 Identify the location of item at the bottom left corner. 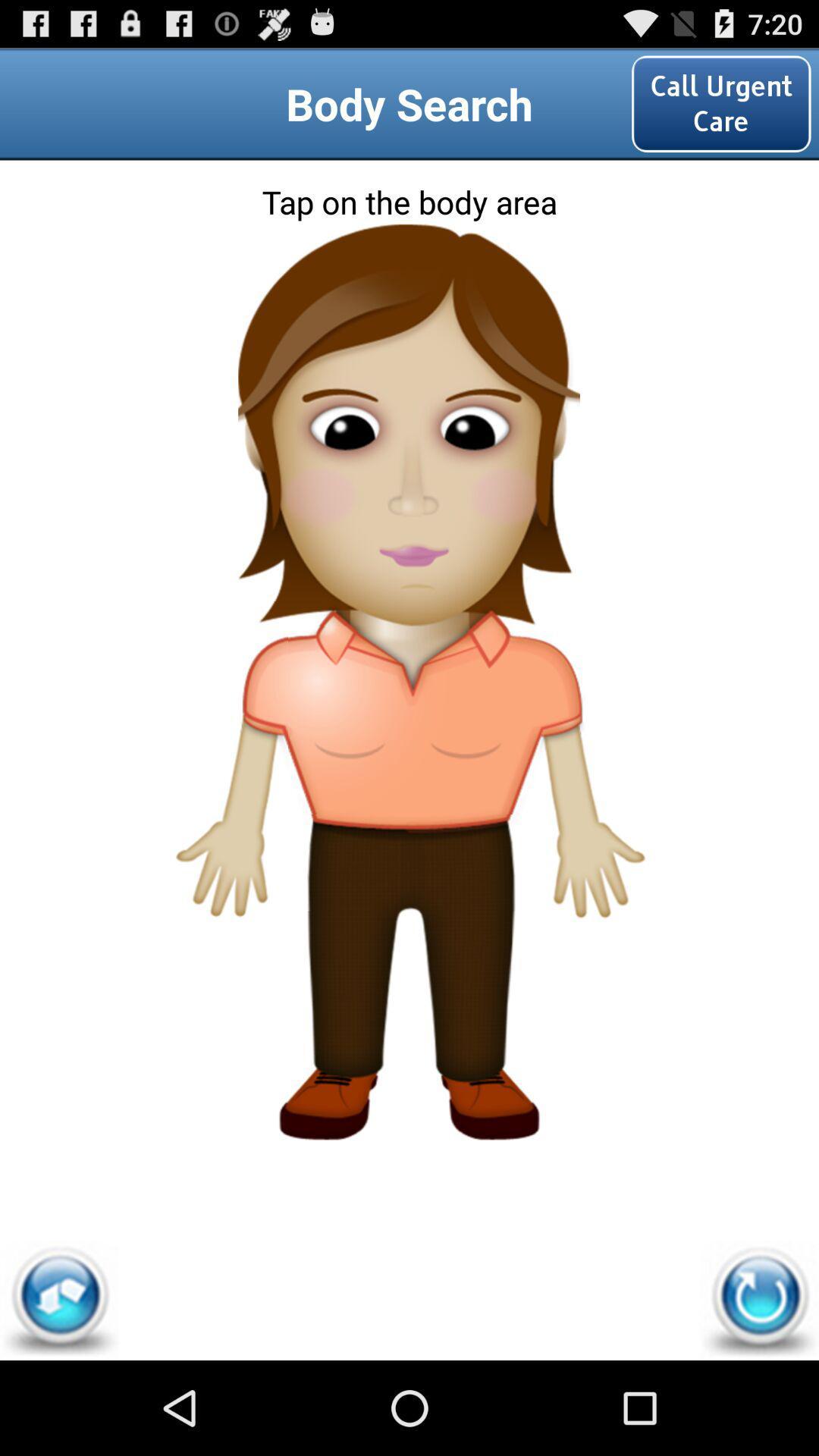
(58, 1300).